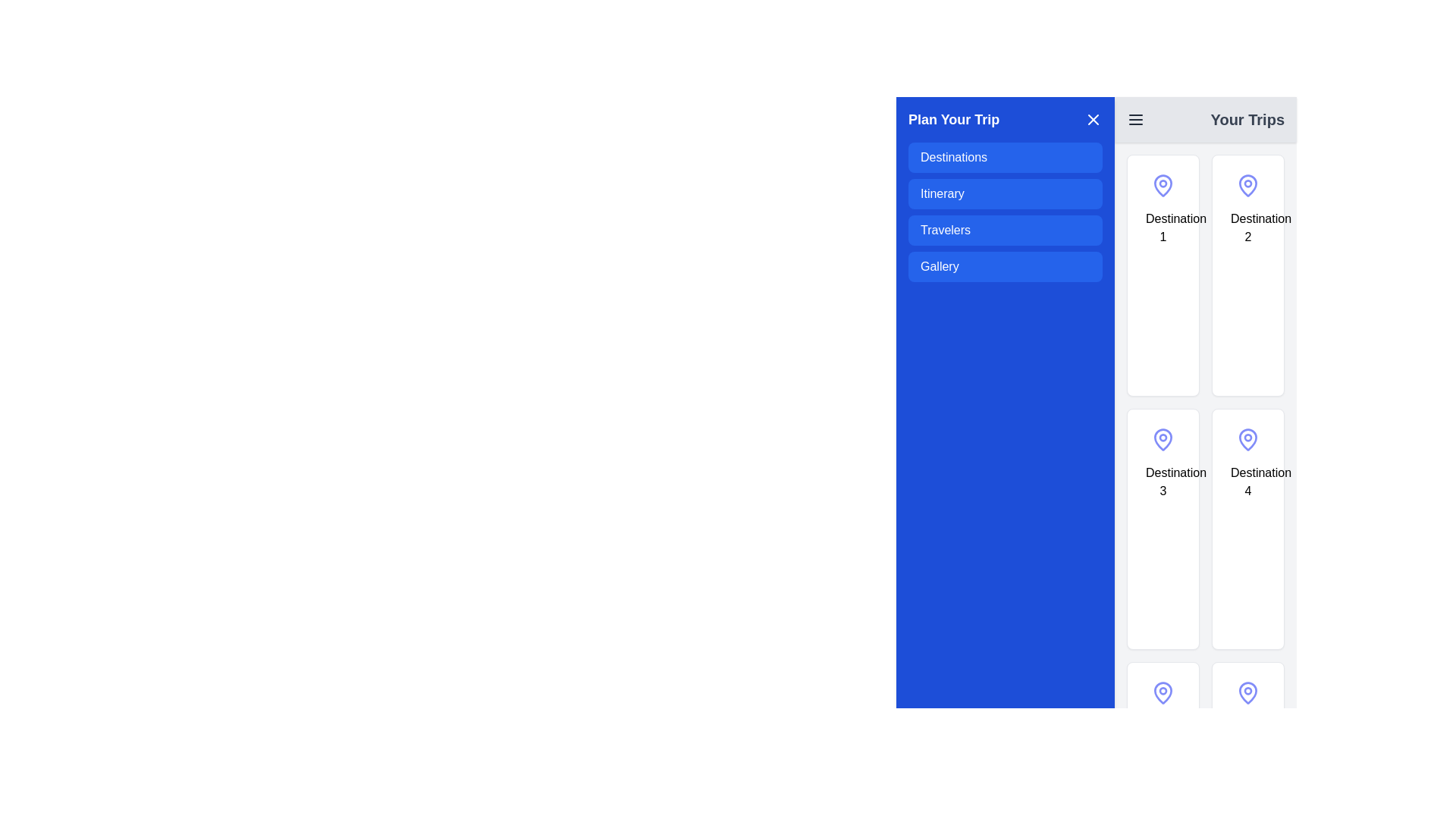  I want to click on the icon representing 'Destination 4' located at the top-center of the 'Destination 4' card in the second row and second column of the grid under 'Your Trips', so click(1248, 438).